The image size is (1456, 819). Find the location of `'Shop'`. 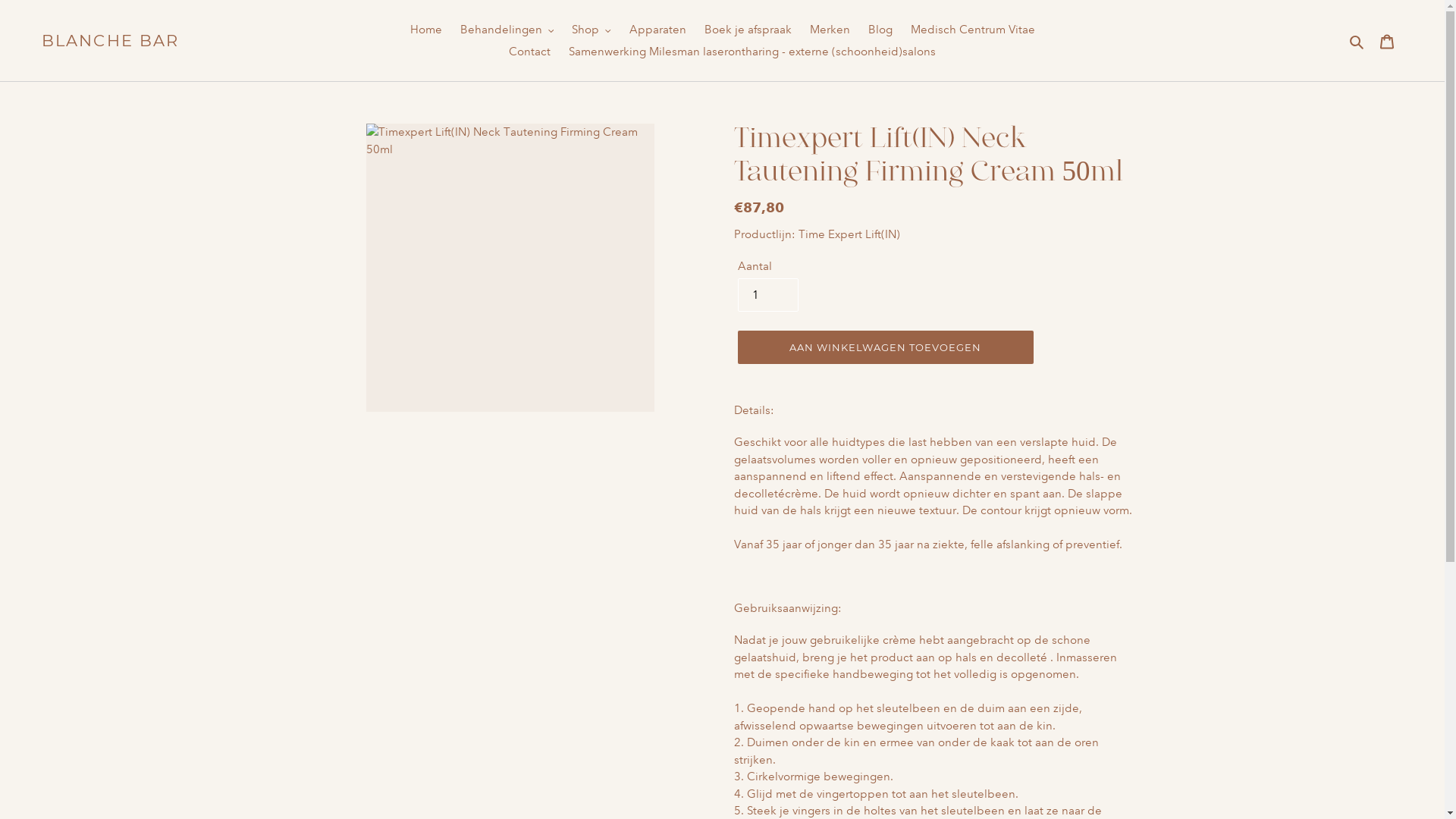

'Shop' is located at coordinates (590, 30).